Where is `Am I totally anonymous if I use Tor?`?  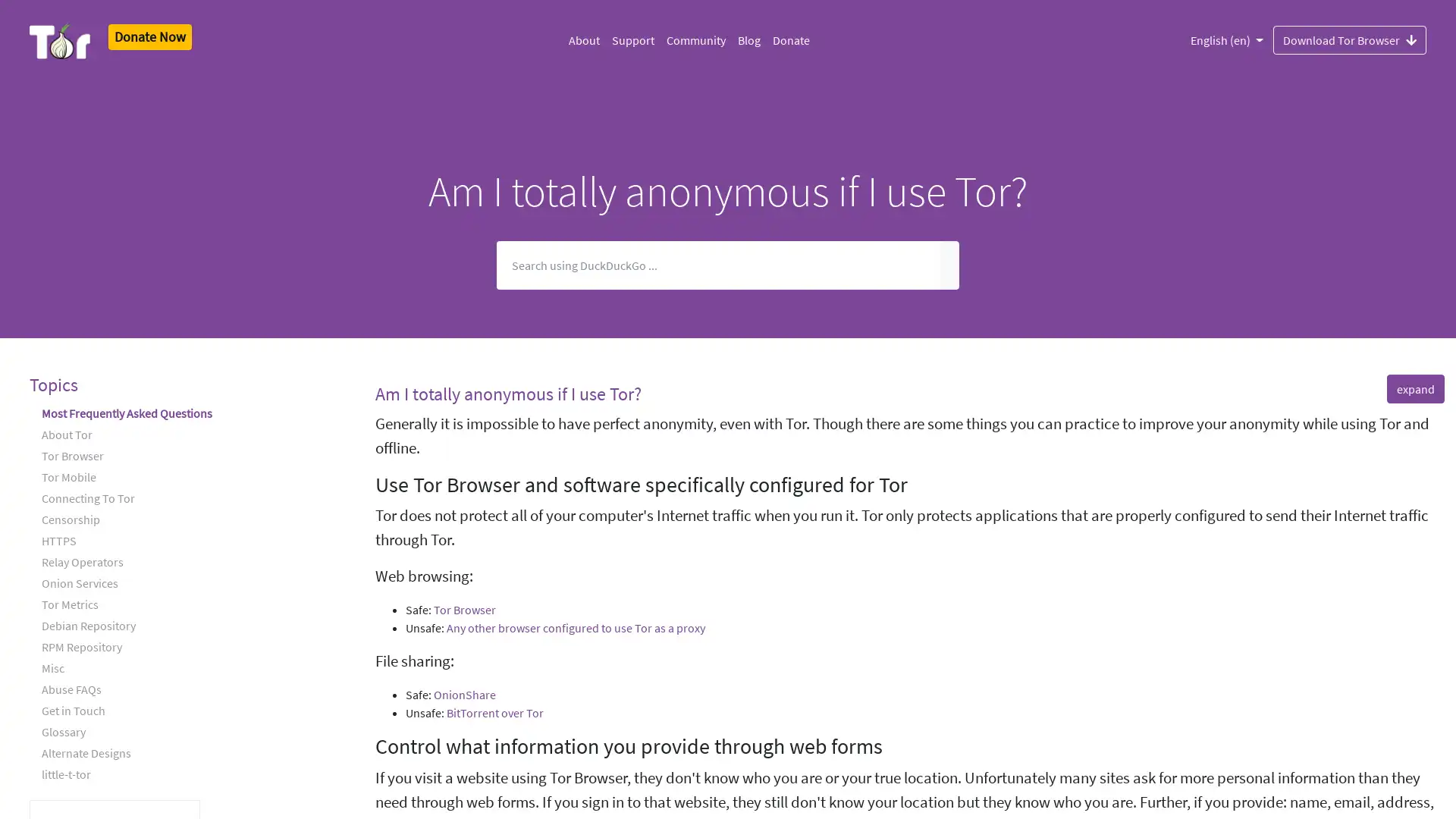
Am I totally anonymous if I use Tor? is located at coordinates (508, 392).